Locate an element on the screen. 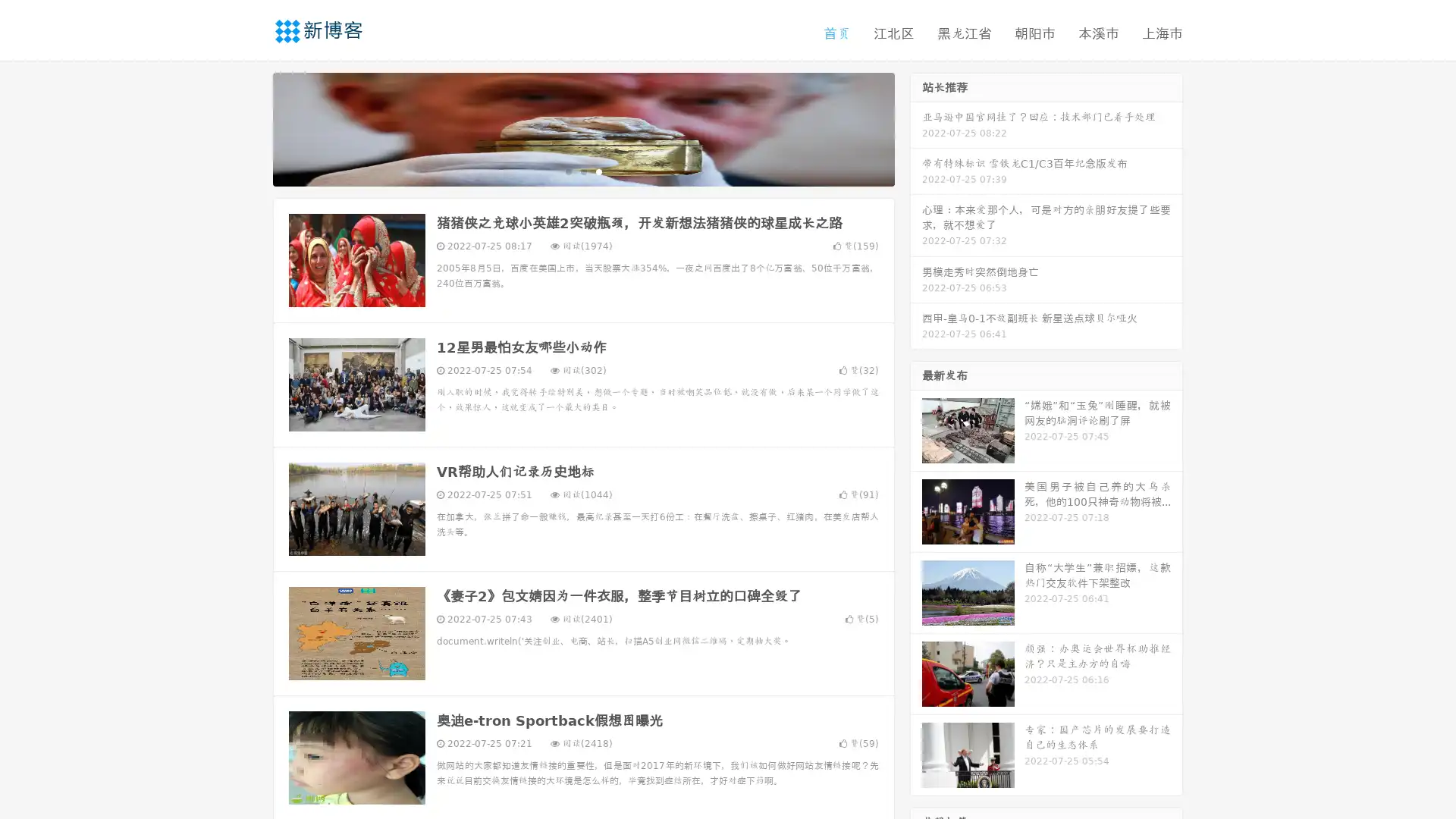  Next slide is located at coordinates (916, 127).